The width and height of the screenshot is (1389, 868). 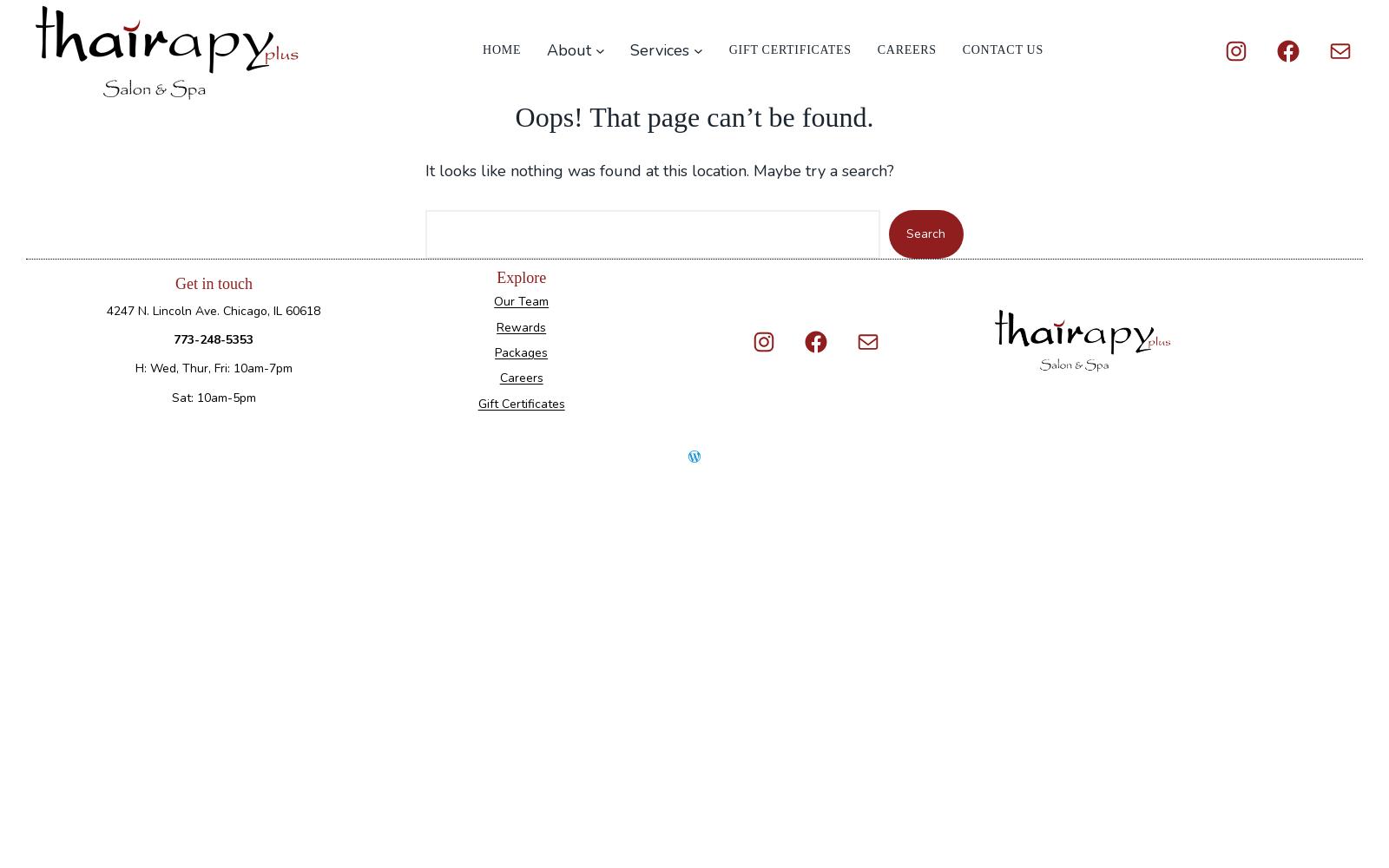 I want to click on 'Search', so click(x=925, y=233).